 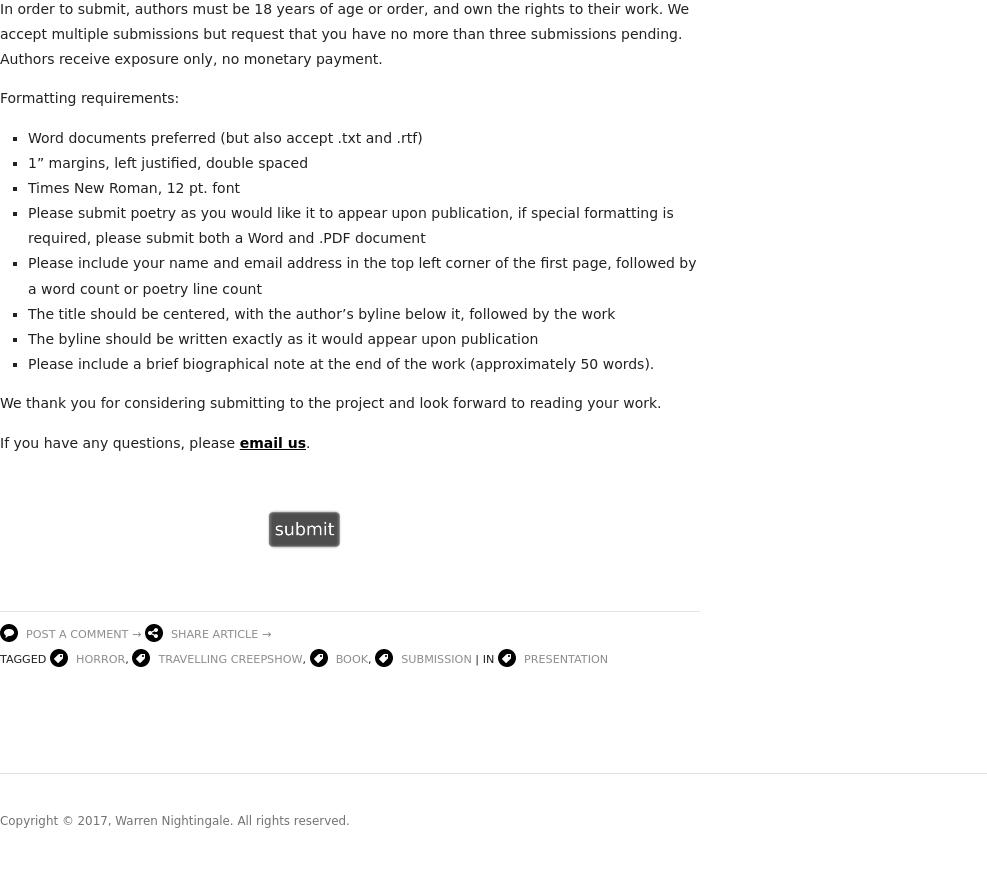 I want to click on 'Please include a brief biographical note at the end of the work (approximately 50 words).', so click(x=27, y=363).